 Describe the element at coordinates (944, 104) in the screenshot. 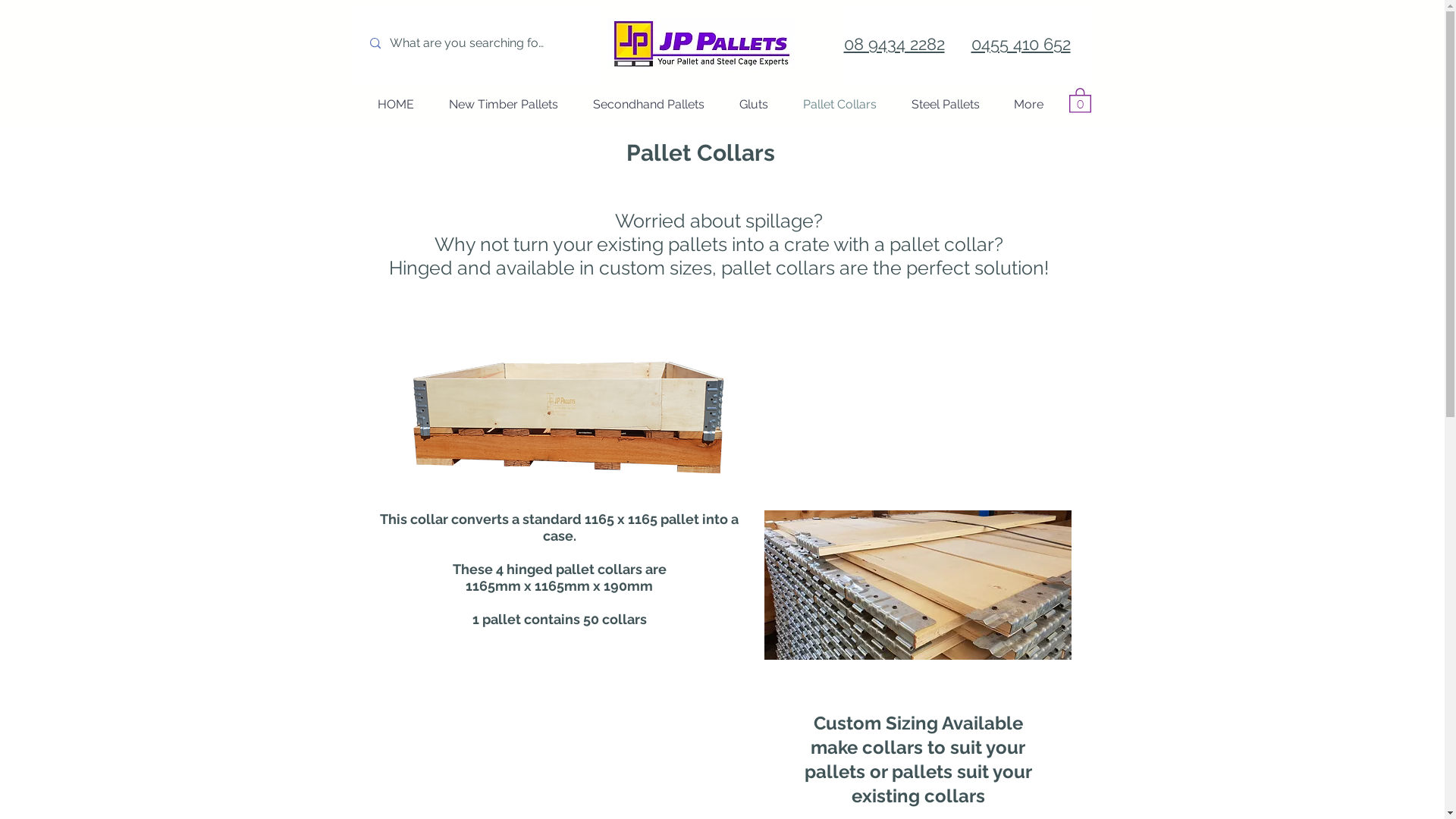

I see `'Steel Pallets'` at that location.